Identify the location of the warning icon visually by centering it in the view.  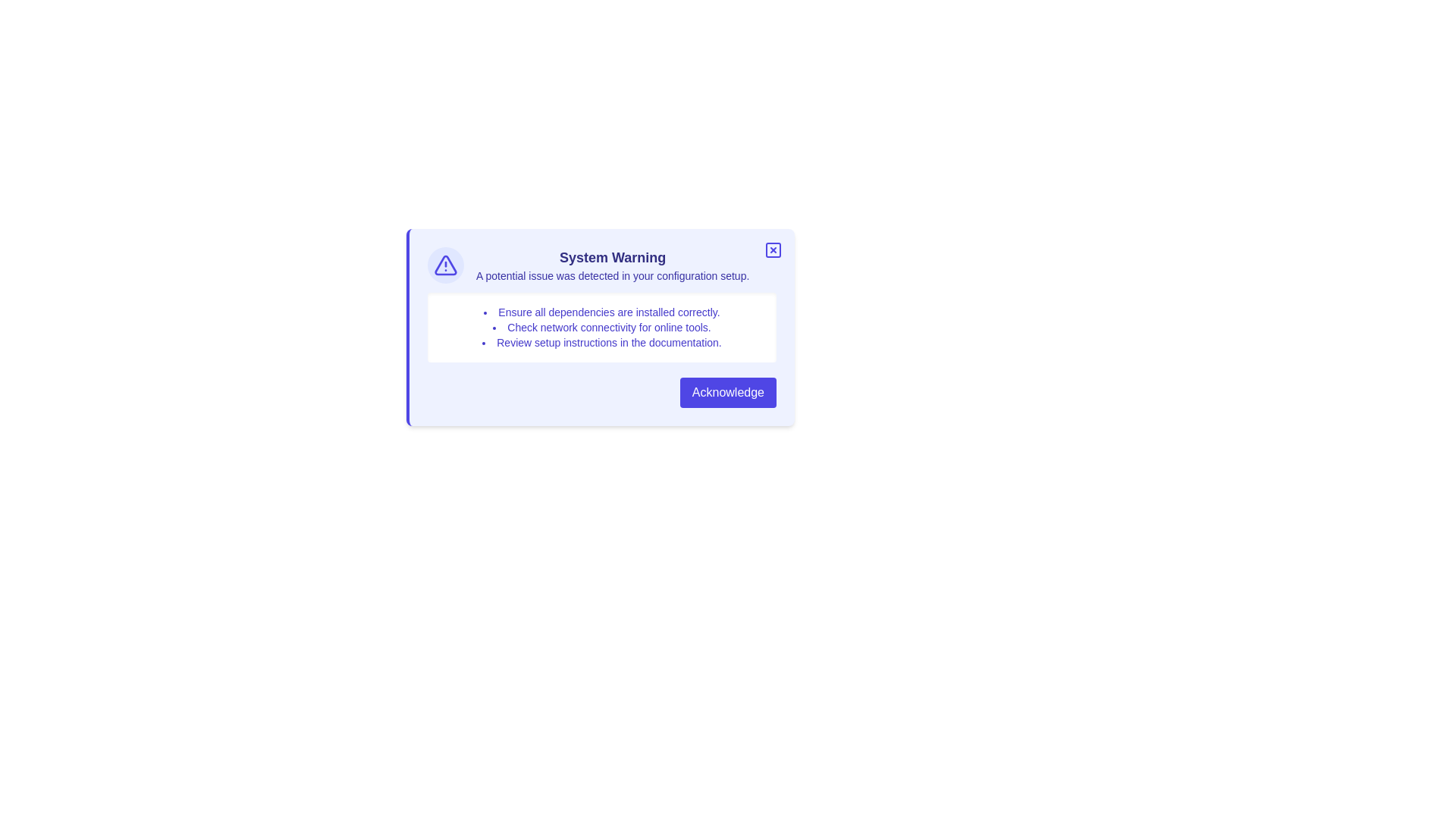
(445, 265).